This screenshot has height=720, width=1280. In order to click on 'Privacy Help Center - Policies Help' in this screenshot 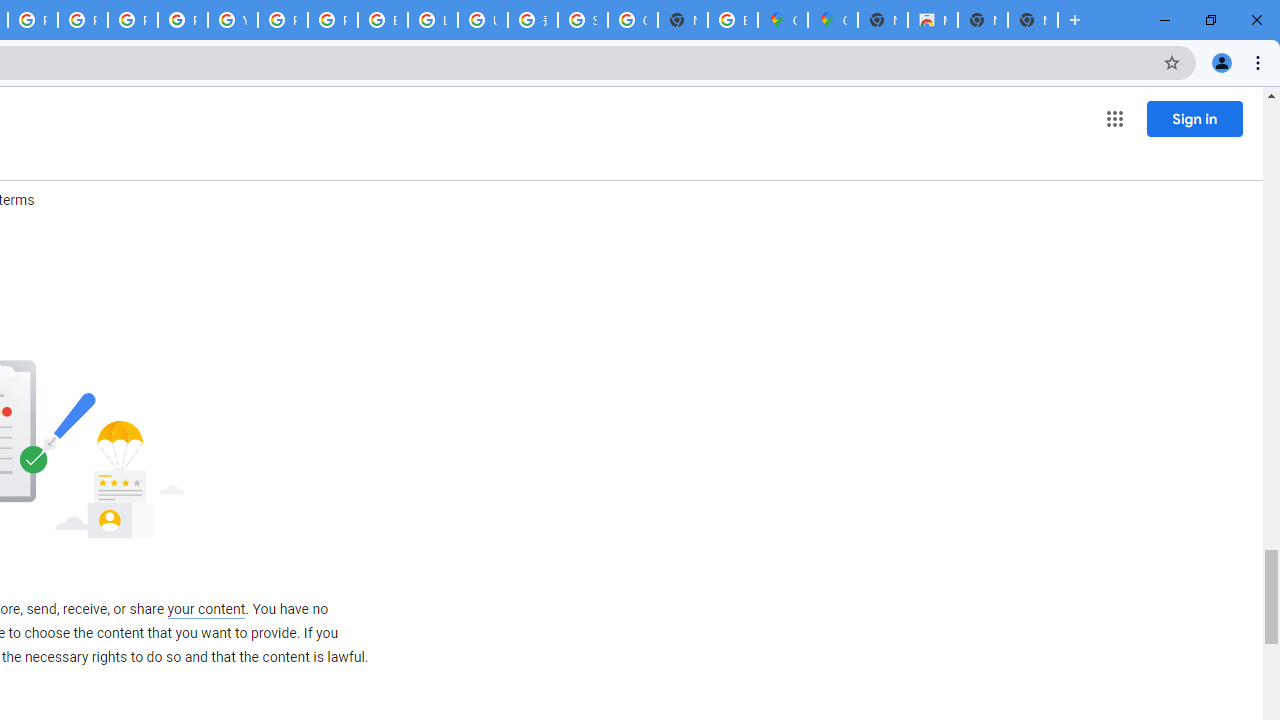, I will do `click(81, 20)`.